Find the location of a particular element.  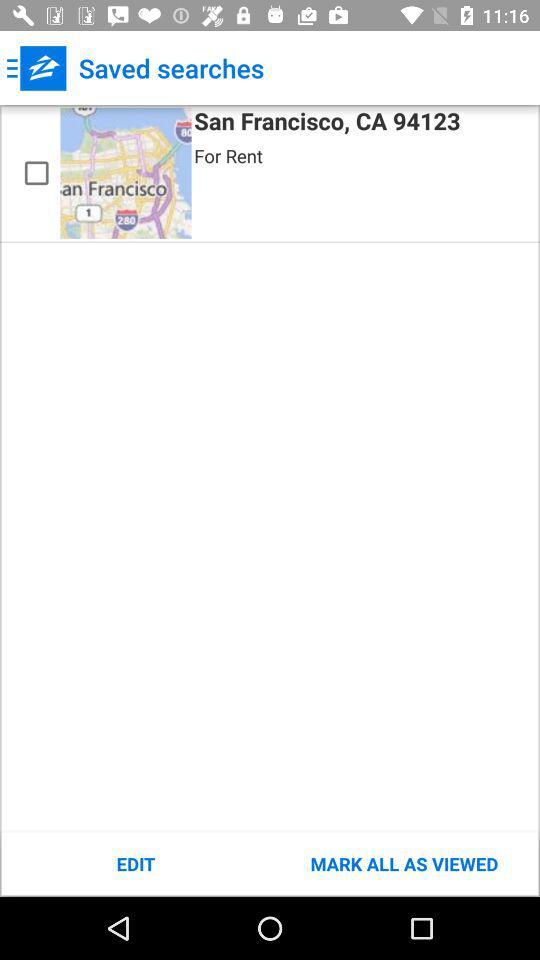

the icon below the san francisco ca is located at coordinates (227, 155).